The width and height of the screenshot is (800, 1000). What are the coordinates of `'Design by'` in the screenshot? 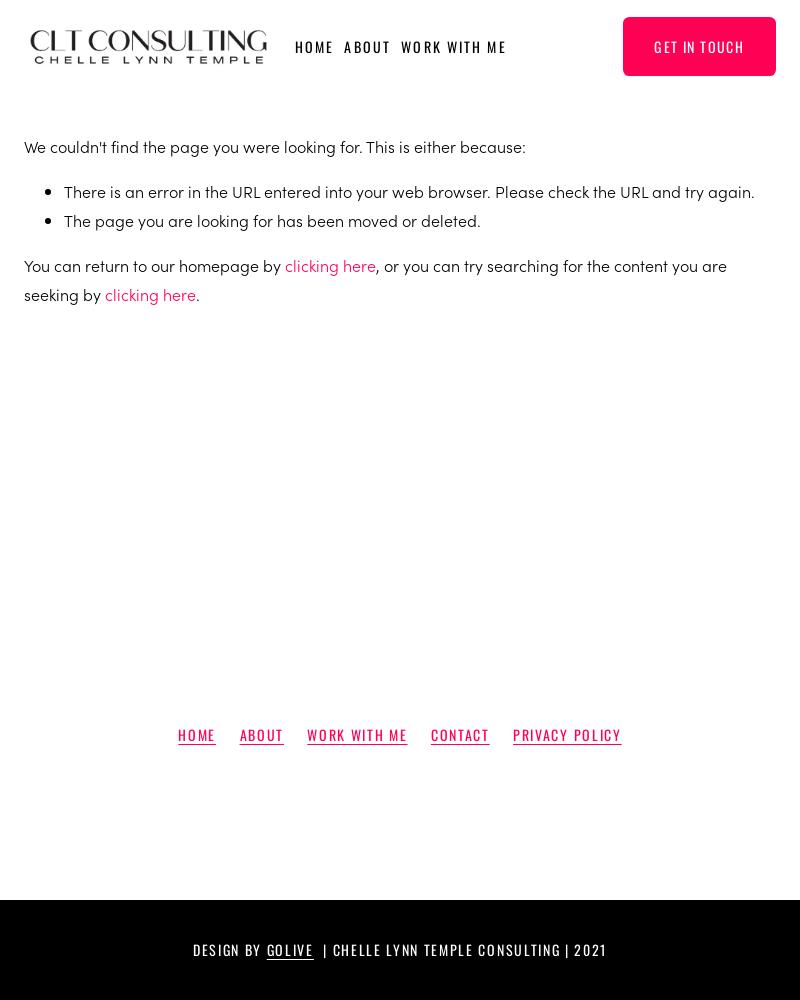 It's located at (187, 947).